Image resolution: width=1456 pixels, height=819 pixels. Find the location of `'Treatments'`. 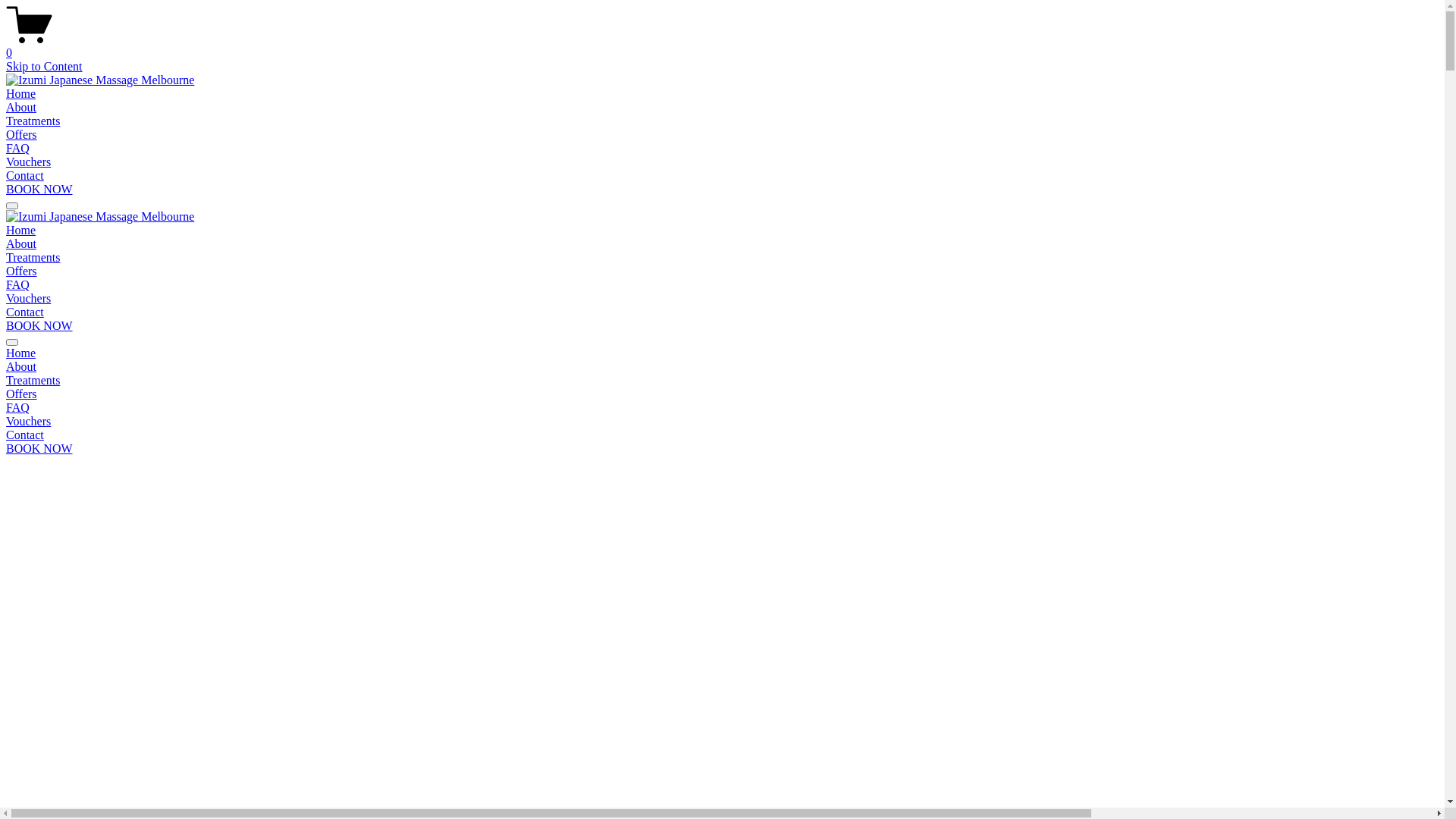

'Treatments' is located at coordinates (721, 379).